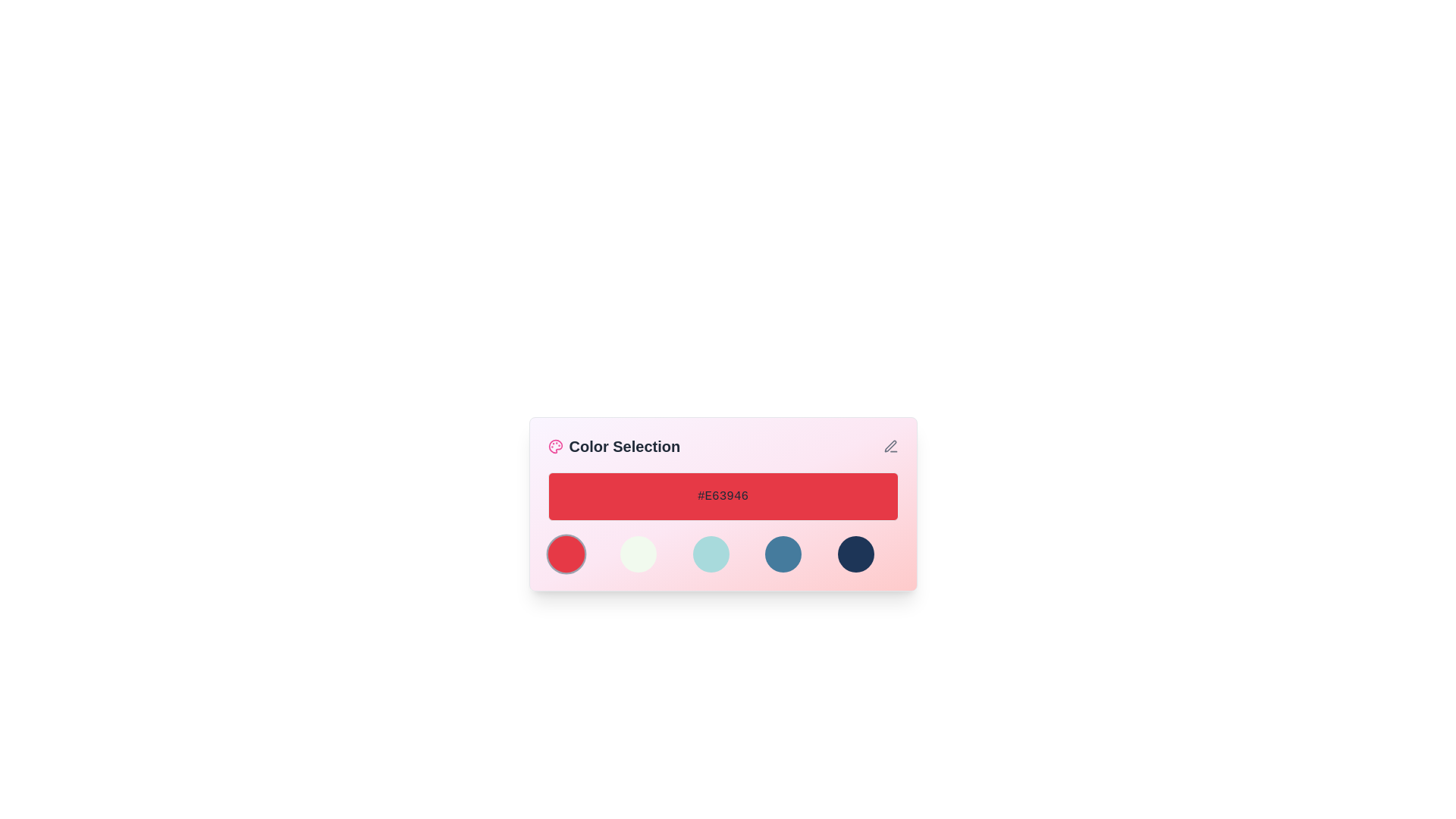 The height and width of the screenshot is (819, 1456). I want to click on the fifth circular color selection option with a dark blue background, so click(855, 554).